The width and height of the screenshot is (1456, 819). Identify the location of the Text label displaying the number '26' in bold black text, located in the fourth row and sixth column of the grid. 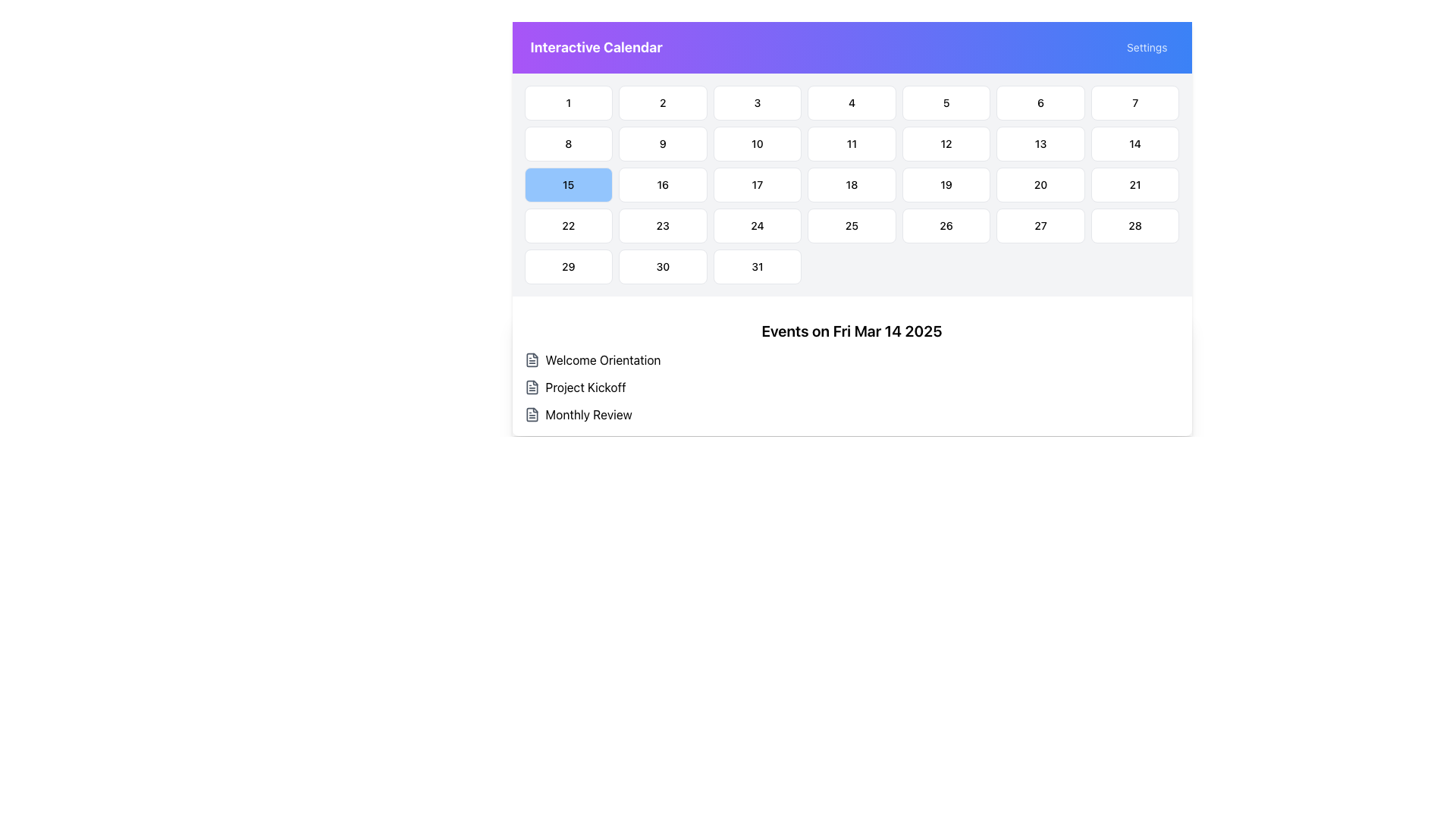
(946, 225).